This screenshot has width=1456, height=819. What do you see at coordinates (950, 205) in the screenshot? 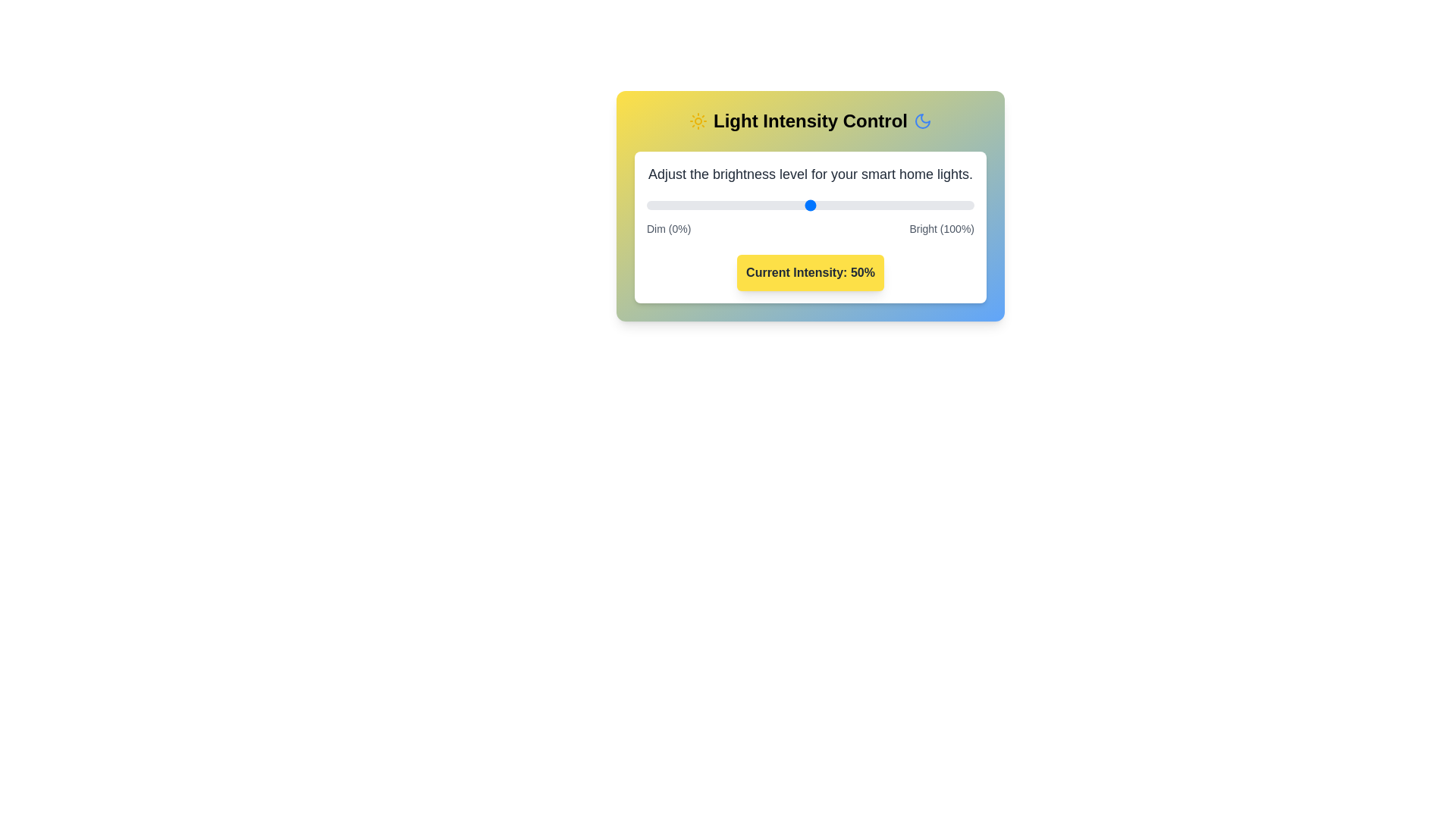
I see `the light intensity to 93% by moving the slider` at bounding box center [950, 205].